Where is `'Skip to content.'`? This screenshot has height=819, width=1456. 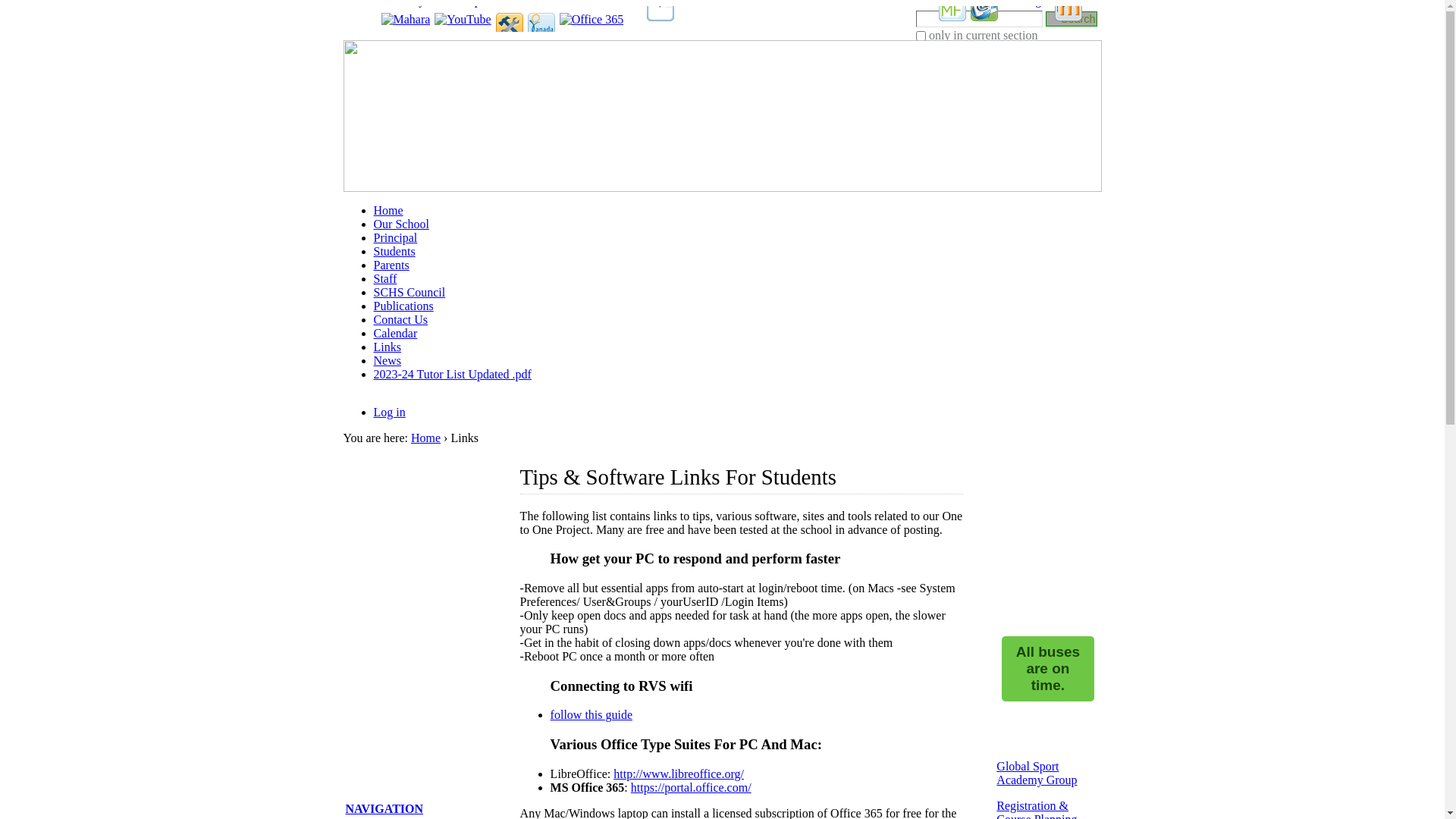
'Skip to content.' is located at coordinates (361, 25).